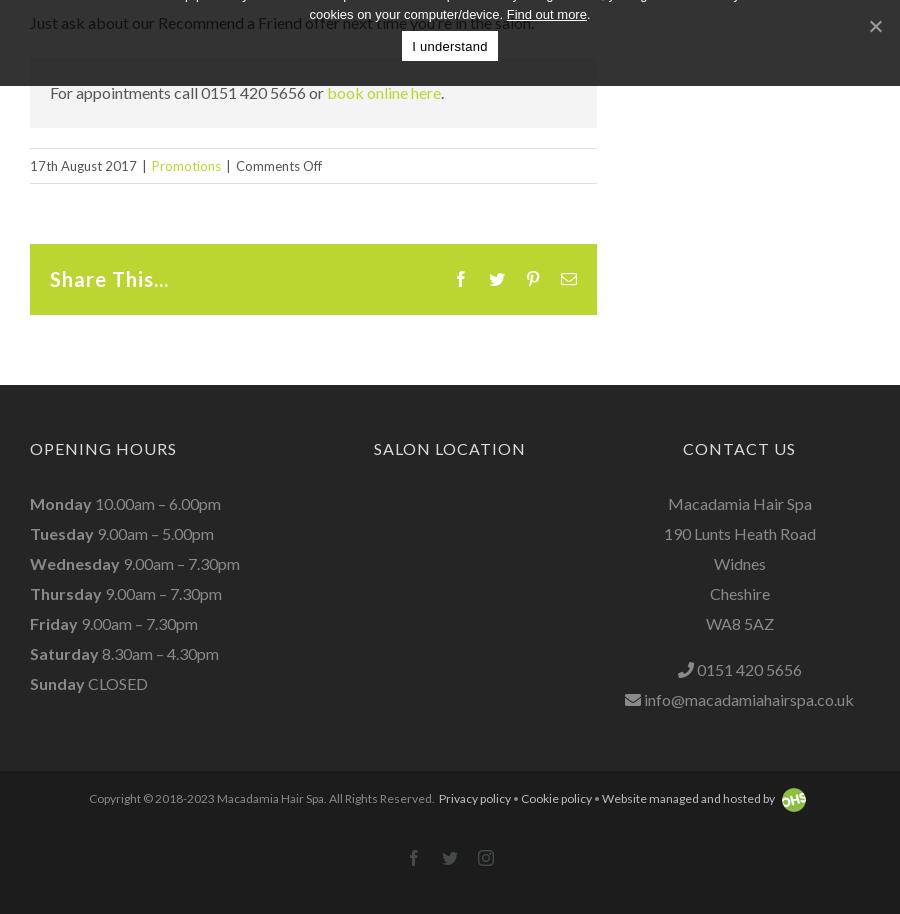 The height and width of the screenshot is (914, 900). What do you see at coordinates (28, 562) in the screenshot?
I see `'Wednesday'` at bounding box center [28, 562].